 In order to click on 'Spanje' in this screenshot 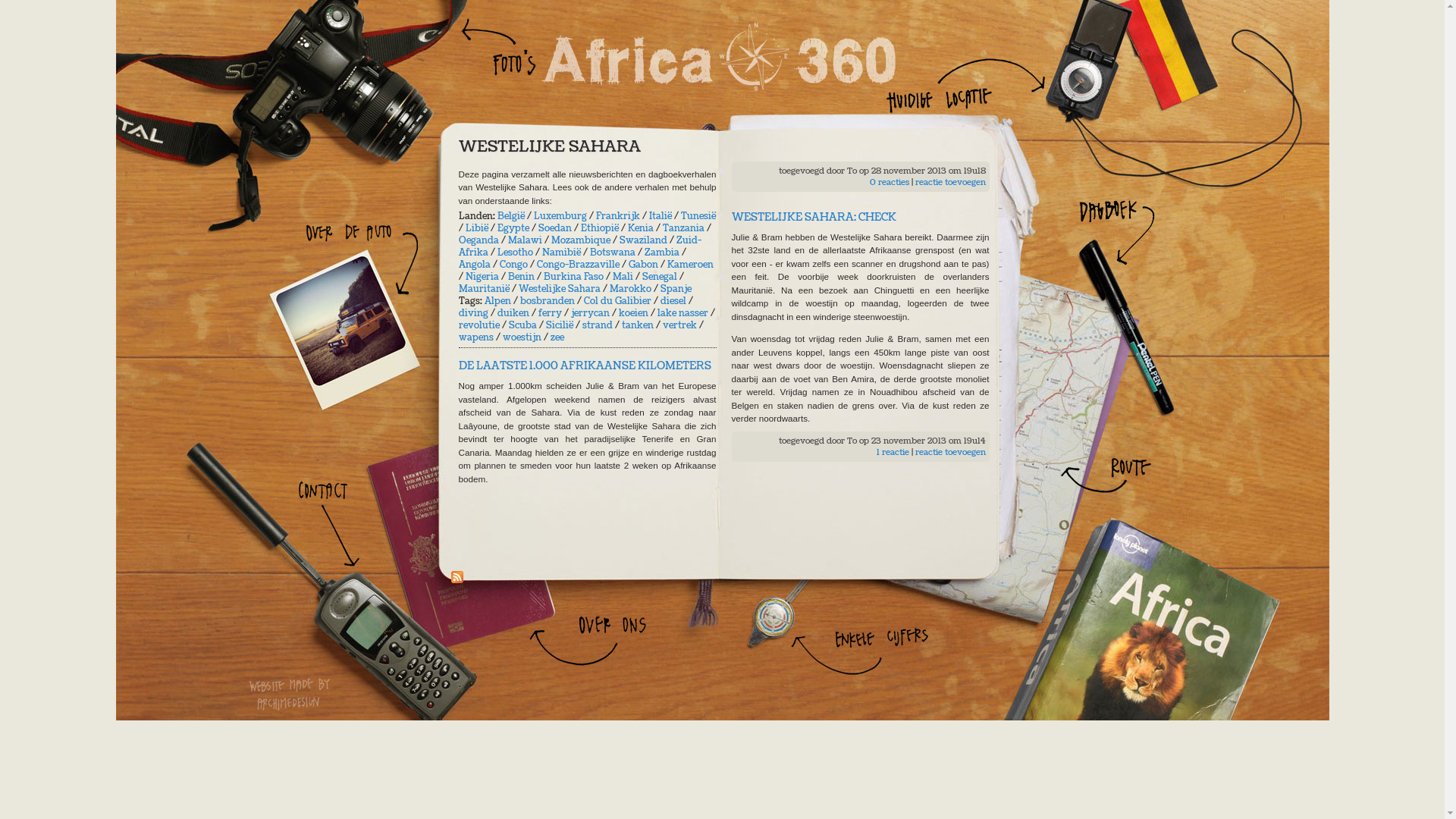, I will do `click(674, 289)`.